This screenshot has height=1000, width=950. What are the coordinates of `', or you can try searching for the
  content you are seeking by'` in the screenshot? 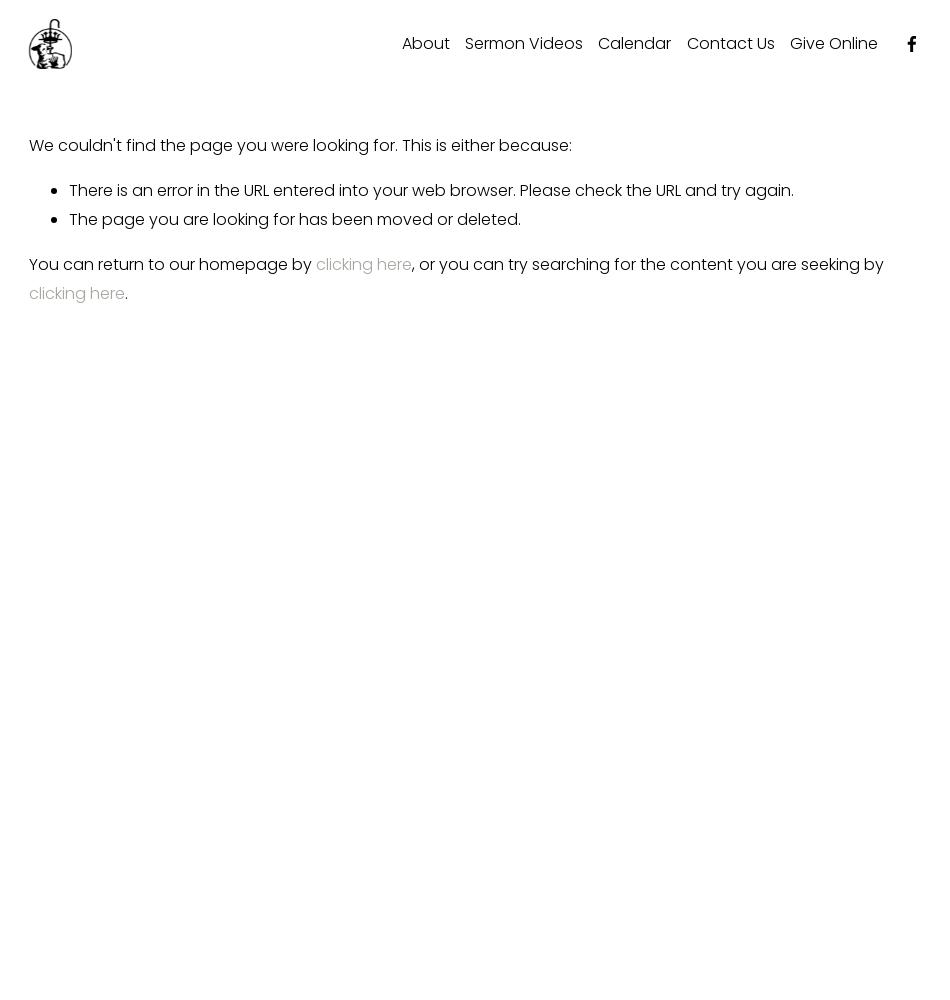 It's located at (409, 263).